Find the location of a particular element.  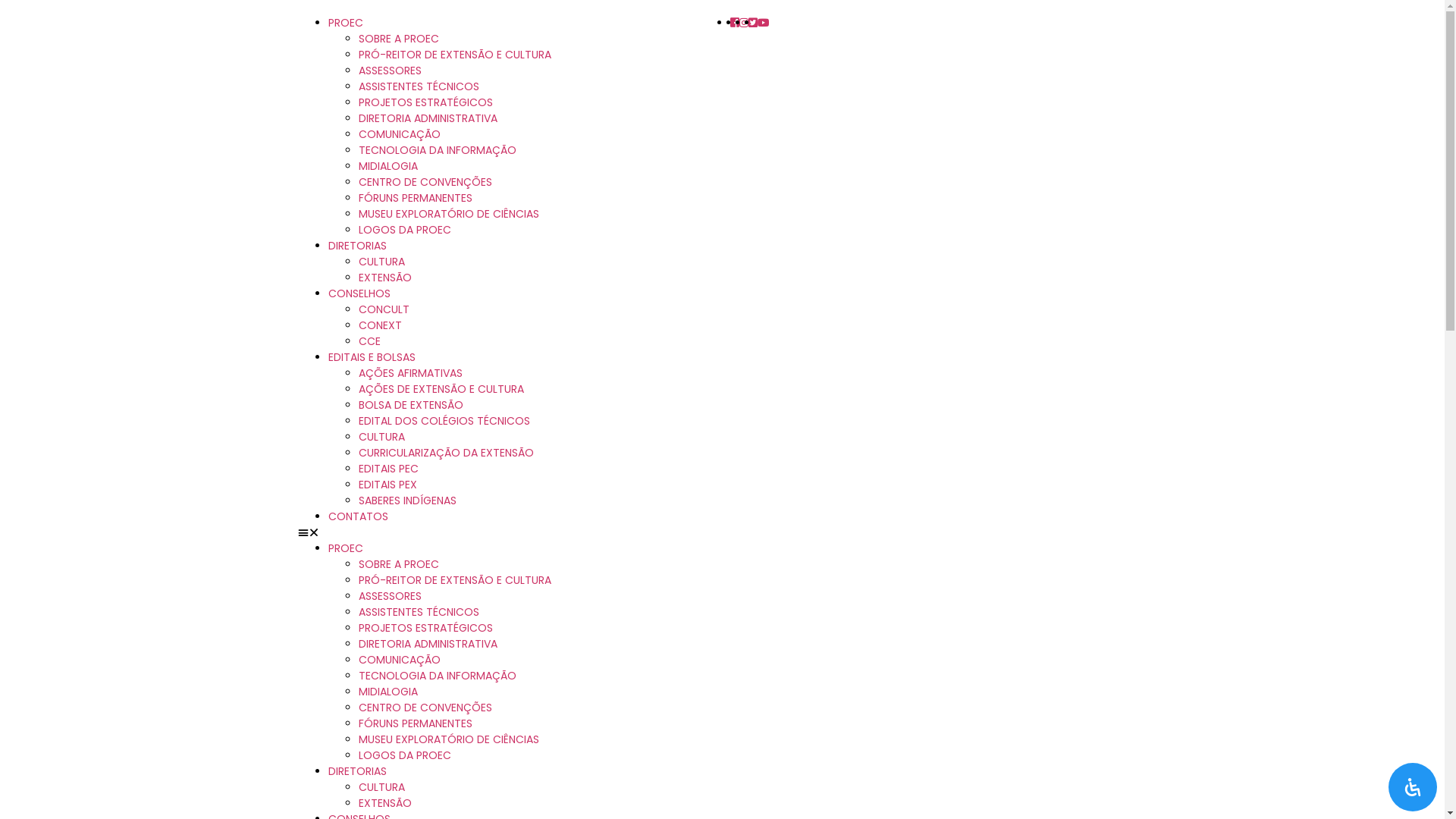

'LOGOS DA PROEC' is located at coordinates (403, 230).